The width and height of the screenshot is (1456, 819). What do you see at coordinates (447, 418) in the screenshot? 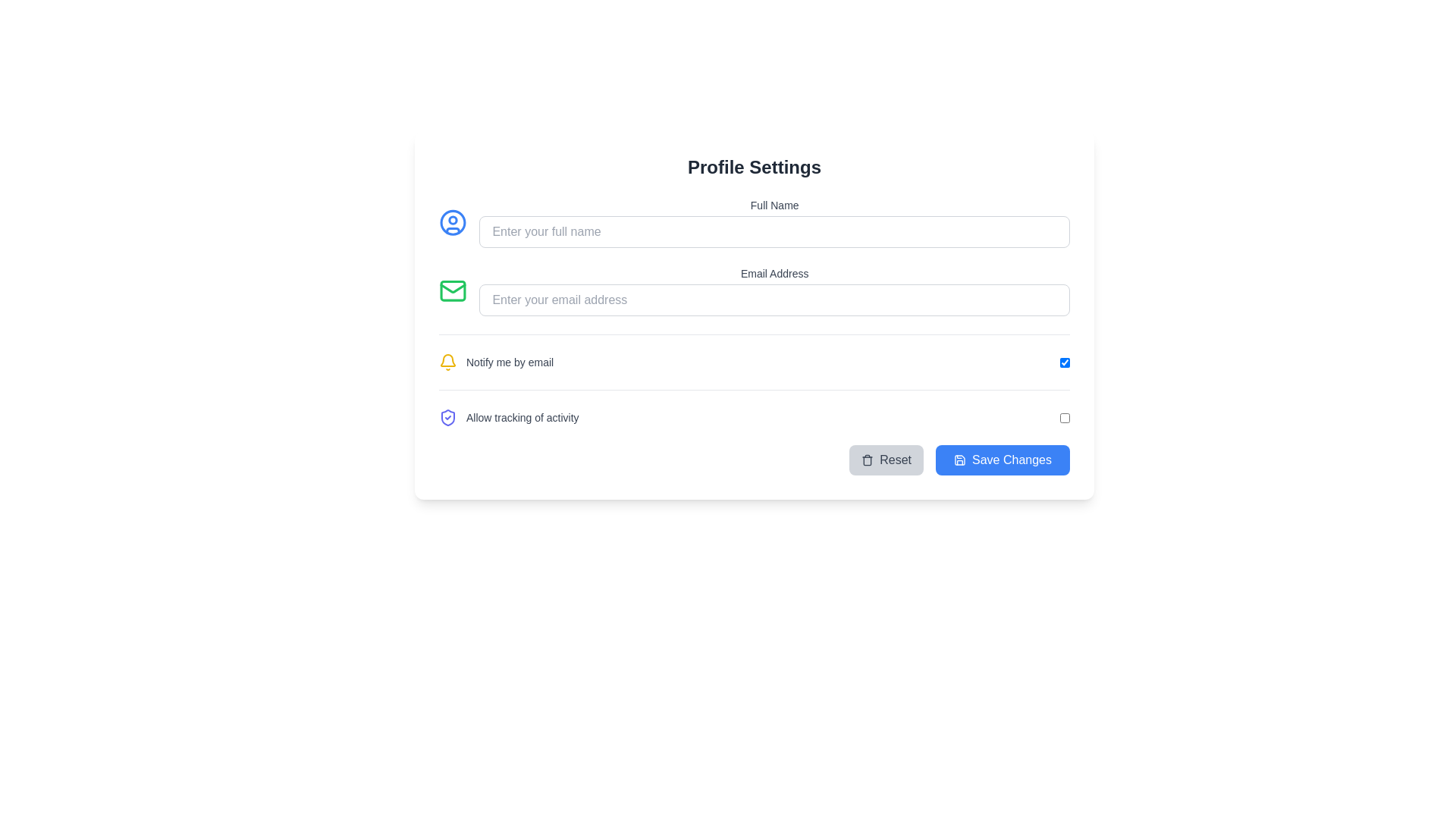
I see `the Decorative icon representing security or approval, which is the first component in the 'Allow tracking of activity' row, located to the left of the text label` at bounding box center [447, 418].